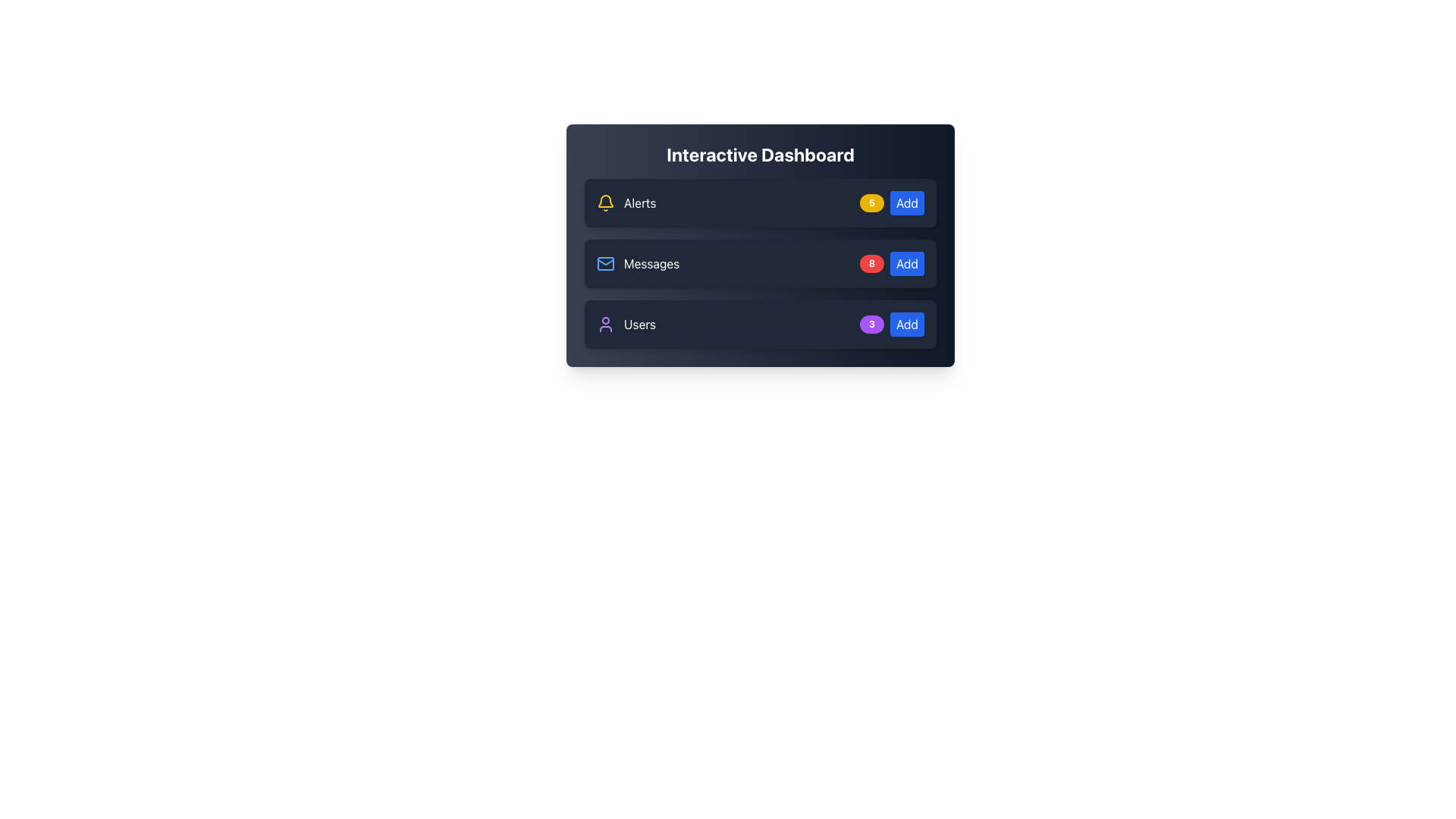  Describe the element at coordinates (871, 202) in the screenshot. I see `the small, yellow, pill-shaped Notification Badge with bold white text '5' located on the top-right side of the first item in the list under the 'Interactive Dashboard' heading, left of the blue 'Add' button` at that location.